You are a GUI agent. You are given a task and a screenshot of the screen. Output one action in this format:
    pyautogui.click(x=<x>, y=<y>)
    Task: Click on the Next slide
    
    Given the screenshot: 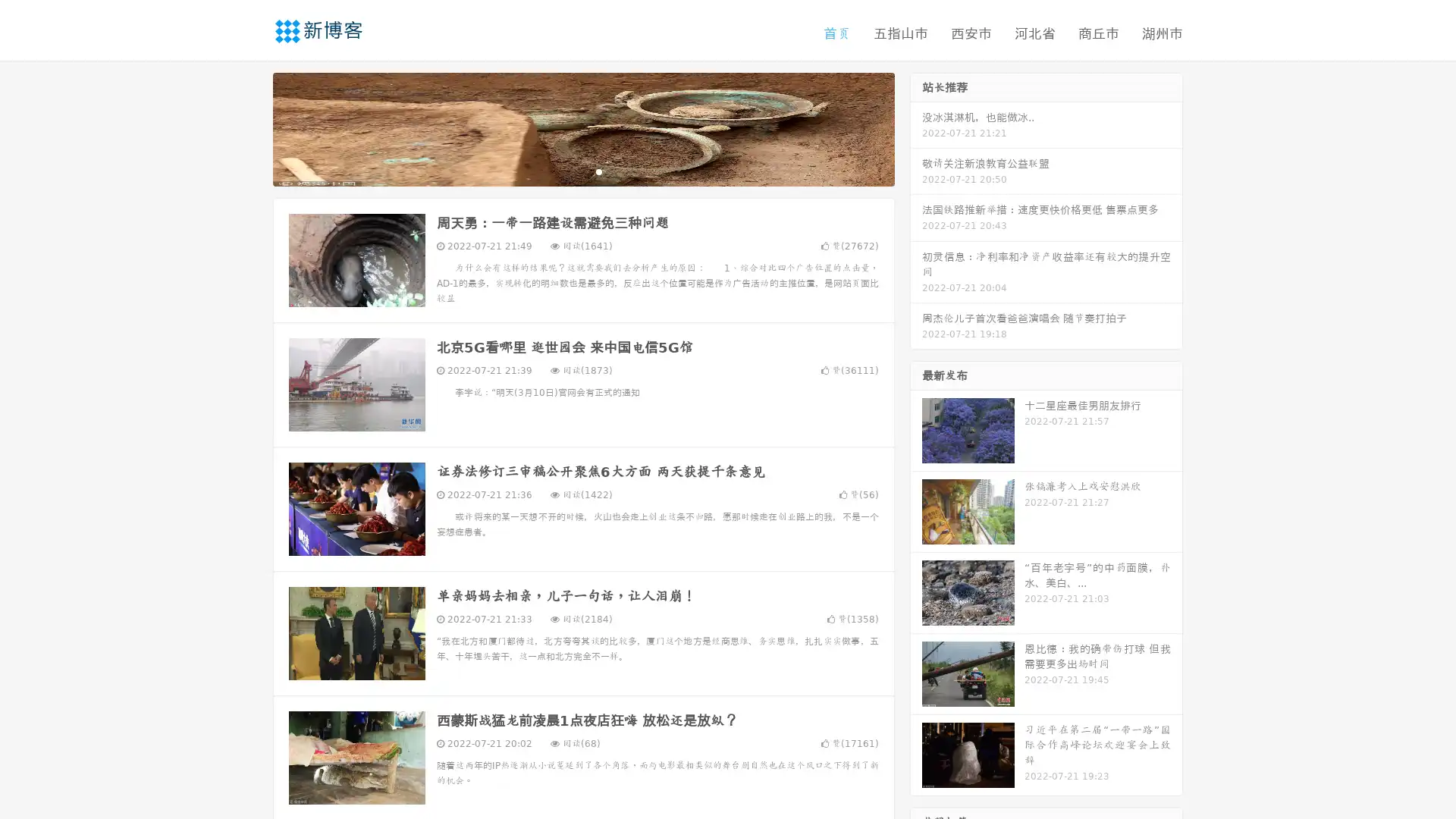 What is the action you would take?
    pyautogui.click(x=916, y=127)
    